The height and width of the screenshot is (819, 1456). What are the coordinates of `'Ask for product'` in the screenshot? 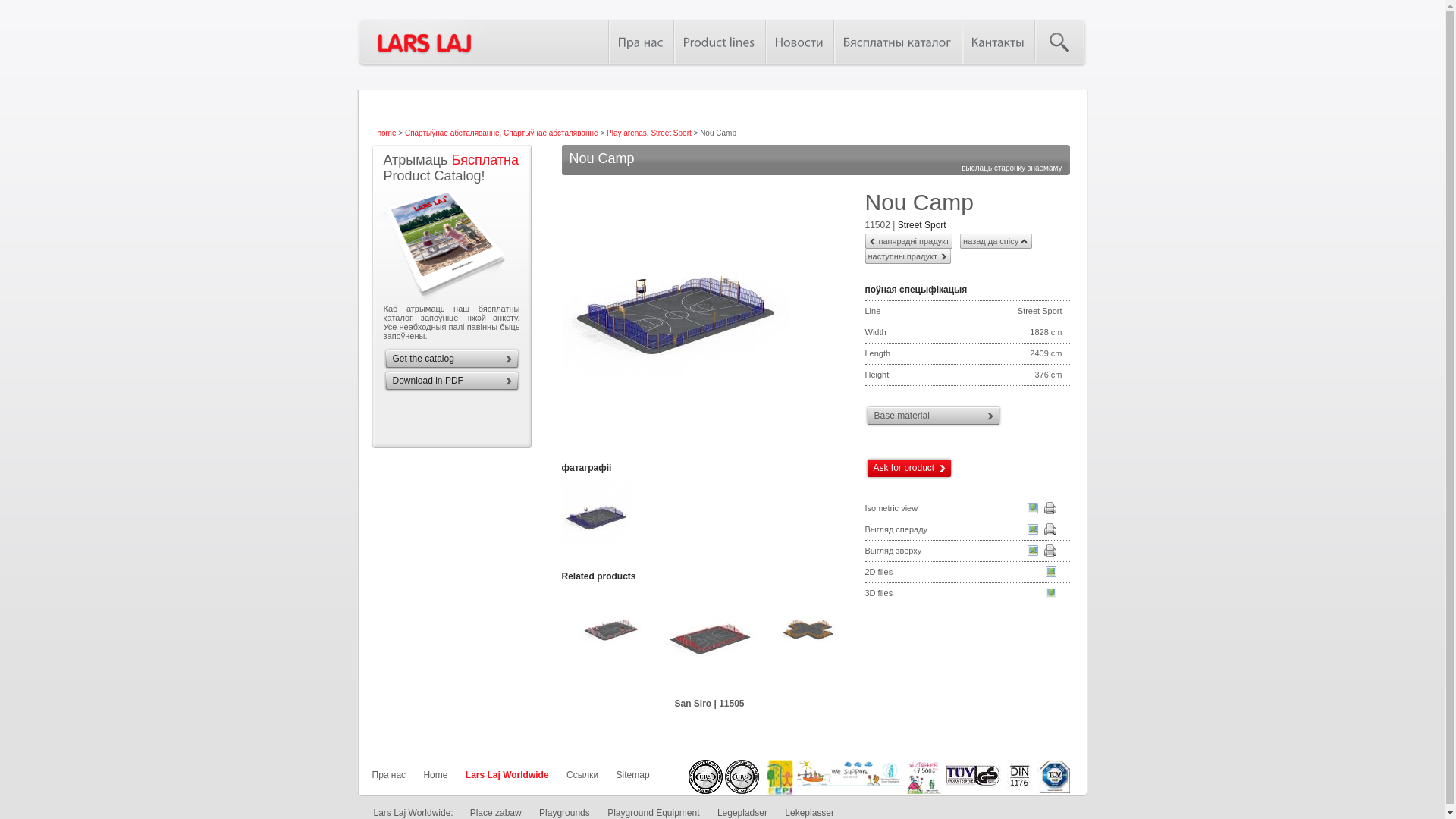 It's located at (870, 467).